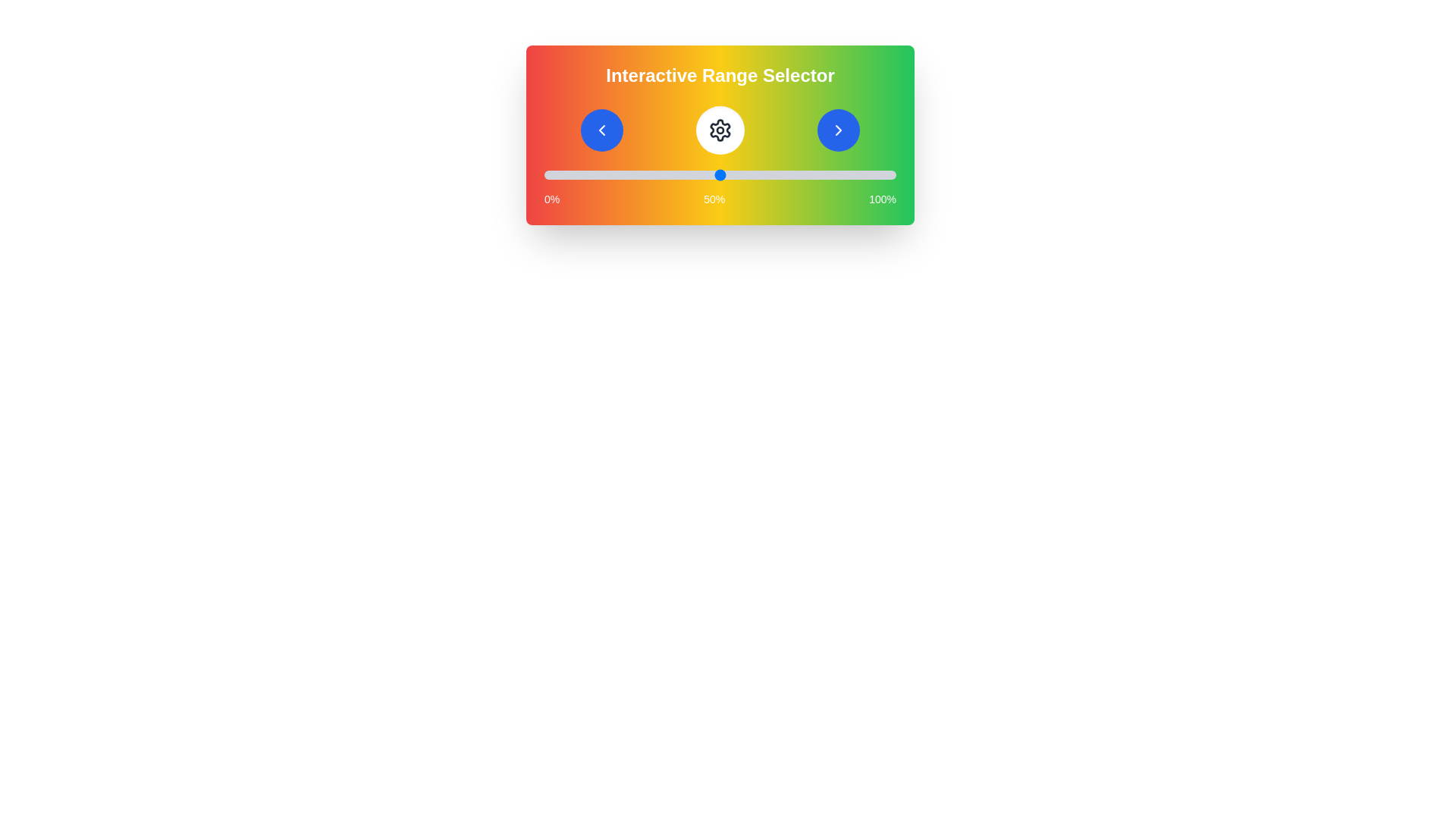  I want to click on the slider to set the value to 32, so click(657, 174).